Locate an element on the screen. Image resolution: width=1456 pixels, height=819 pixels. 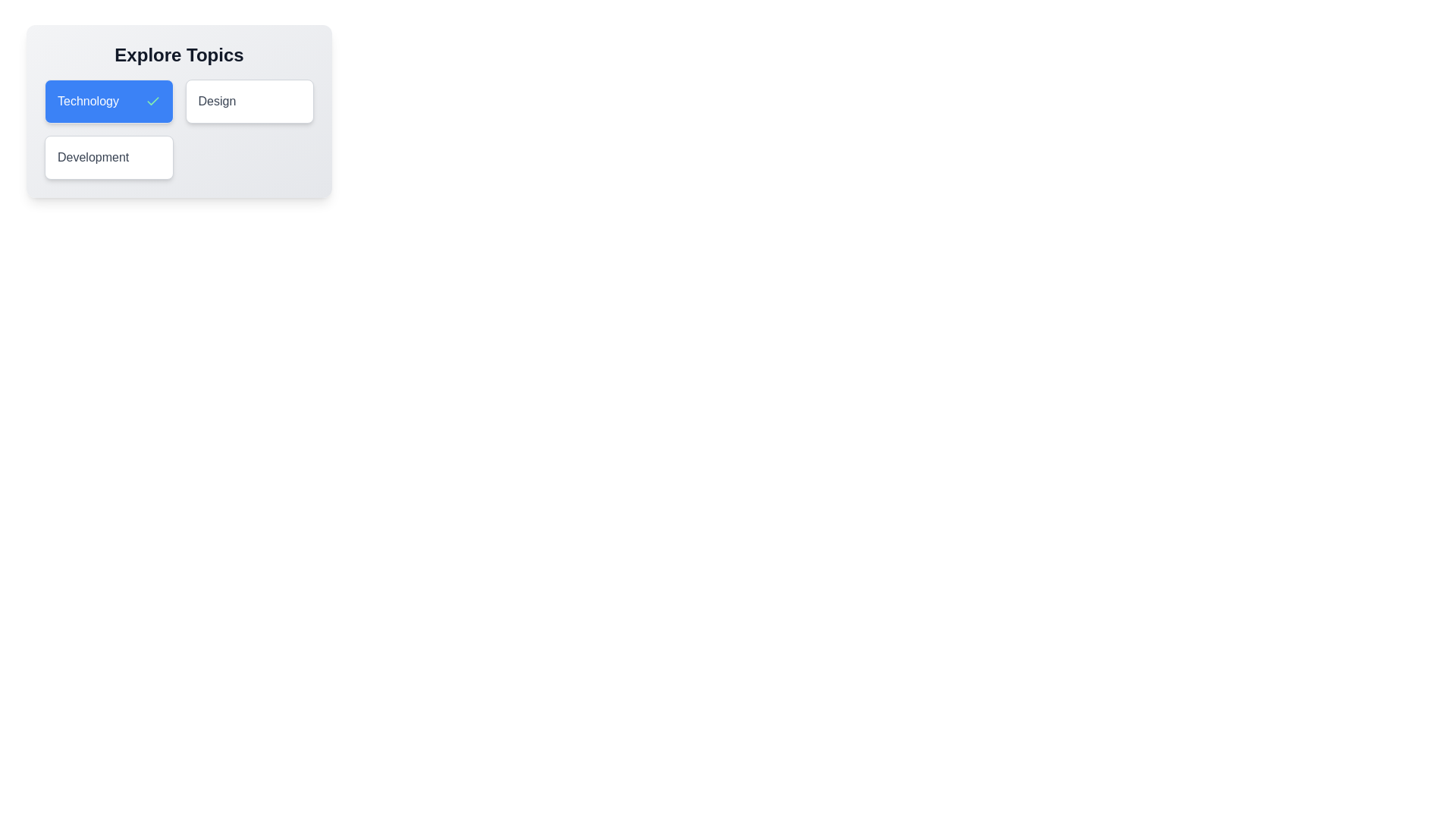
the tag Design is located at coordinates (249, 102).